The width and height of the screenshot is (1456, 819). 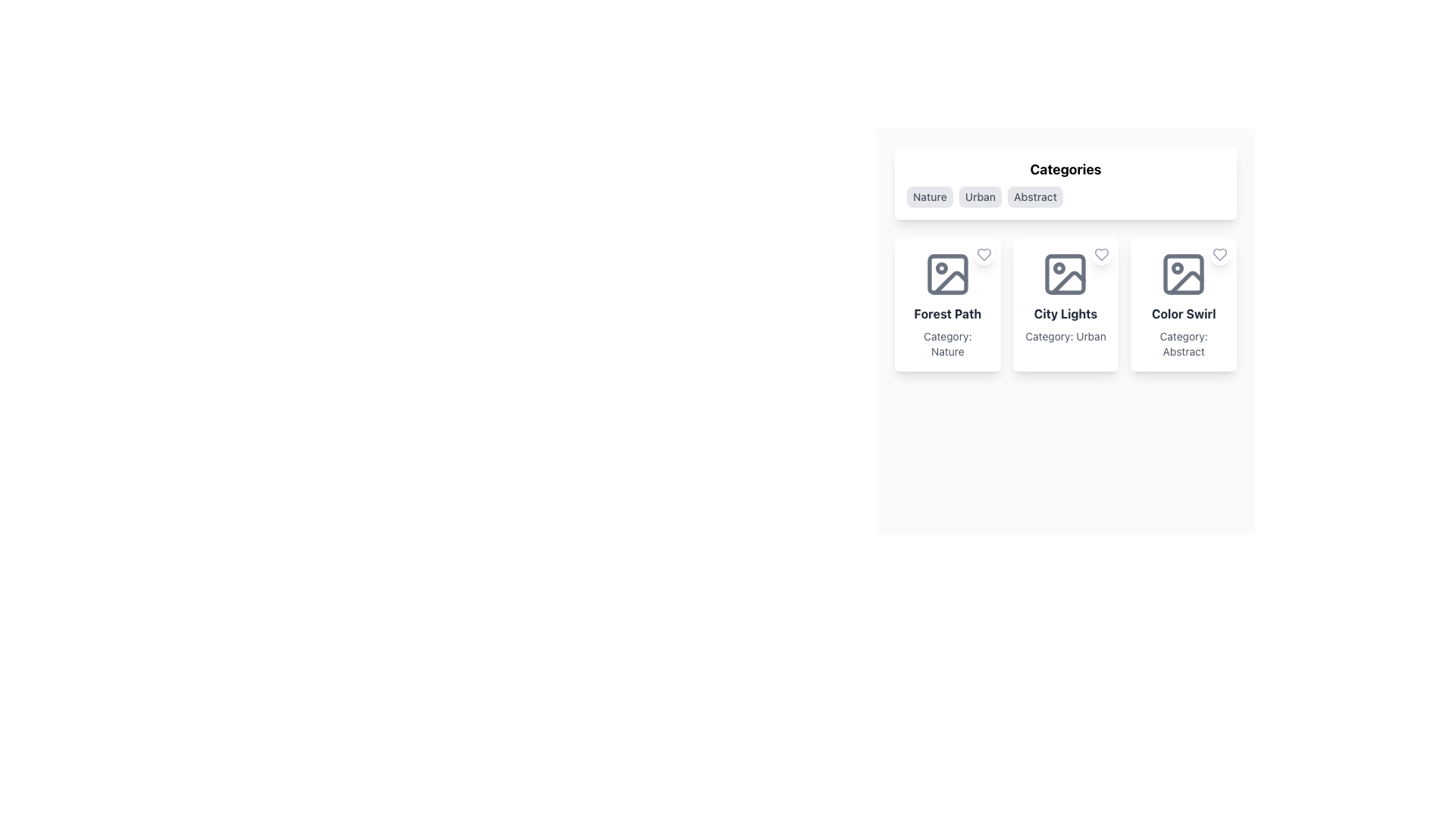 What do you see at coordinates (1065, 275) in the screenshot?
I see `the decorative graphic element of the 'City Lights' card icon, which is centrally positioned within the card and contributes to its visual representation` at bounding box center [1065, 275].